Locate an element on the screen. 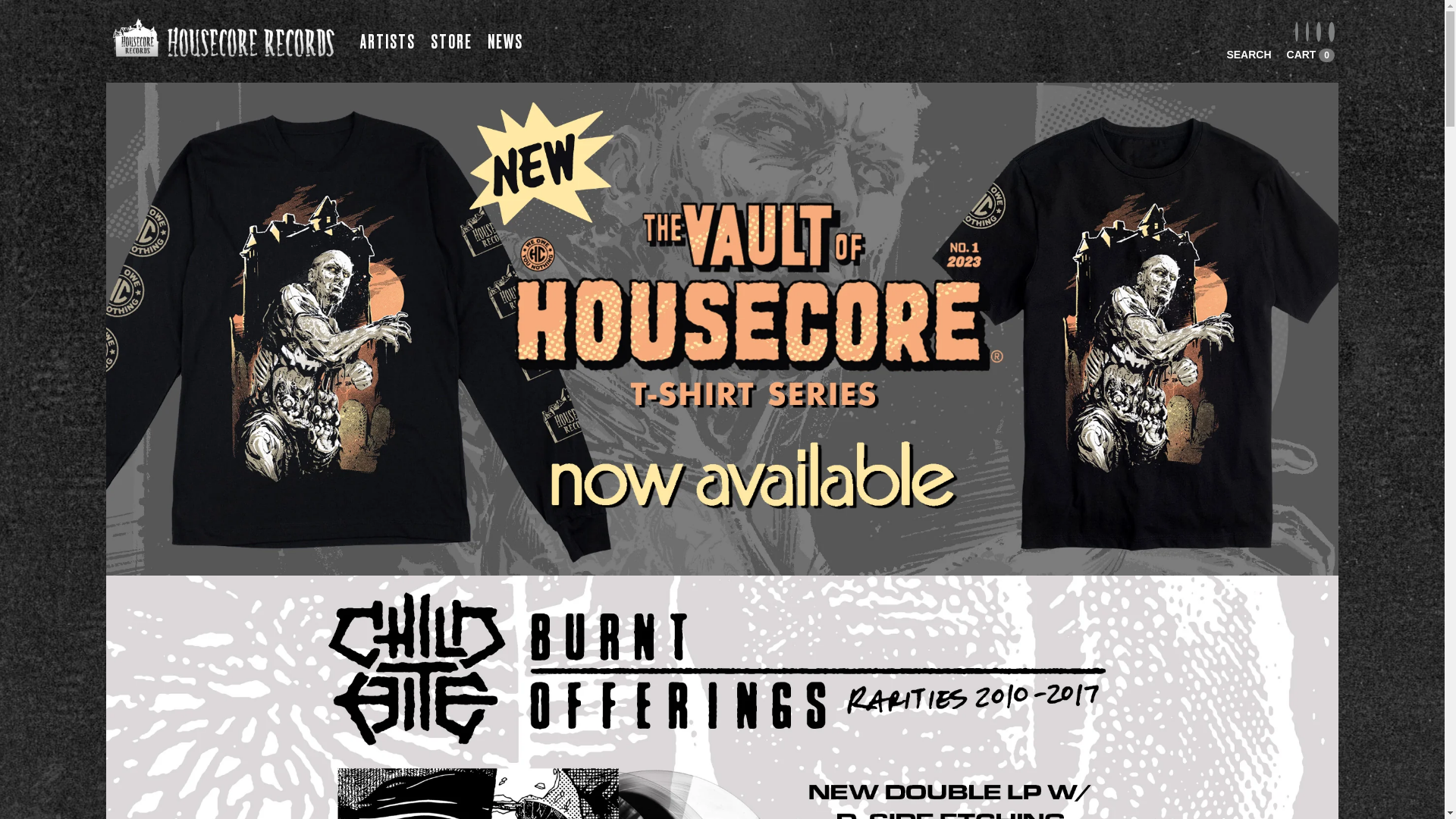 This screenshot has height=819, width=1456. 'NEWS' is located at coordinates (505, 42).